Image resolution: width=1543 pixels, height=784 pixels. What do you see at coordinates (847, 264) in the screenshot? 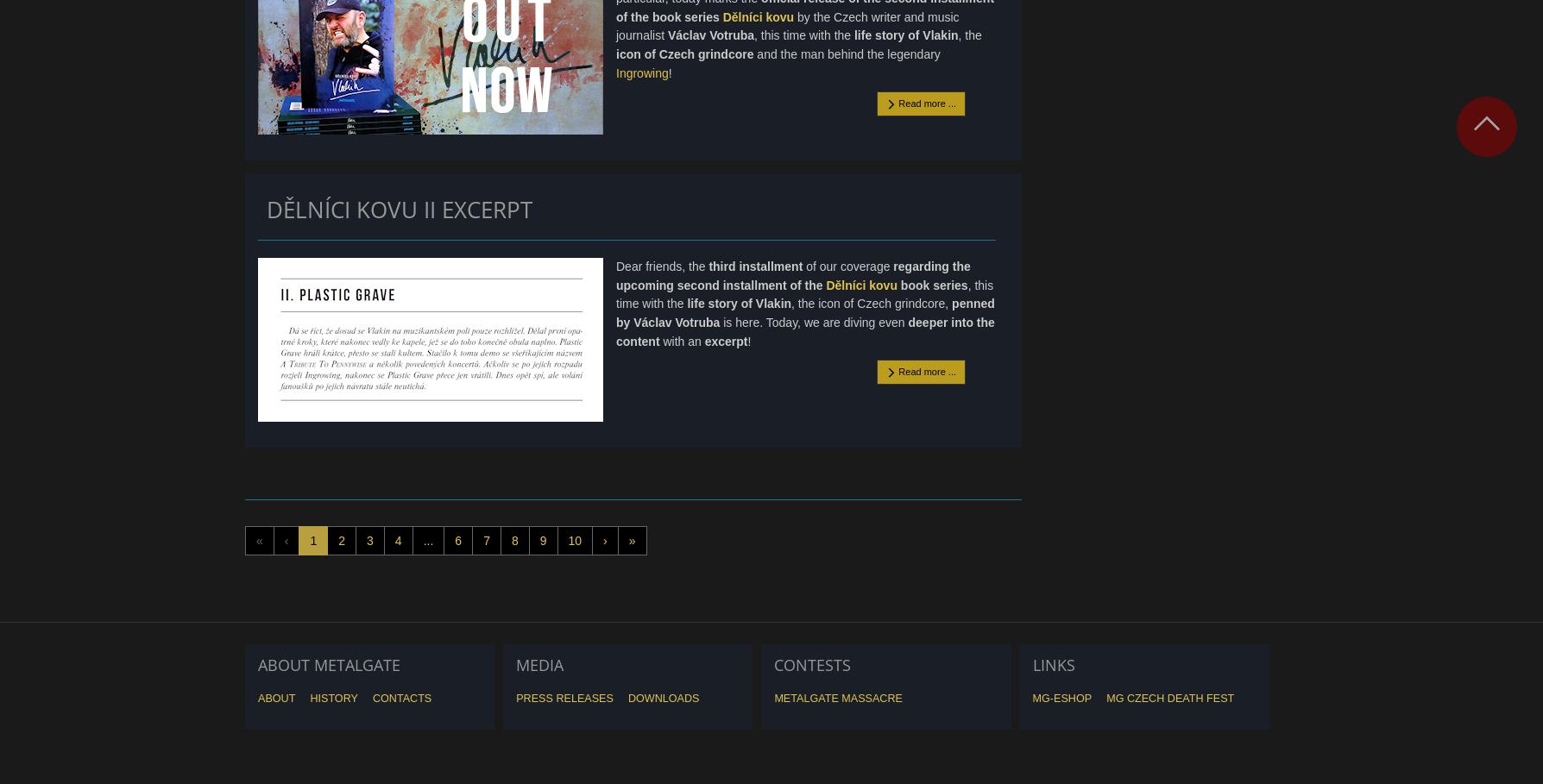
I see `'of our coverage'` at bounding box center [847, 264].